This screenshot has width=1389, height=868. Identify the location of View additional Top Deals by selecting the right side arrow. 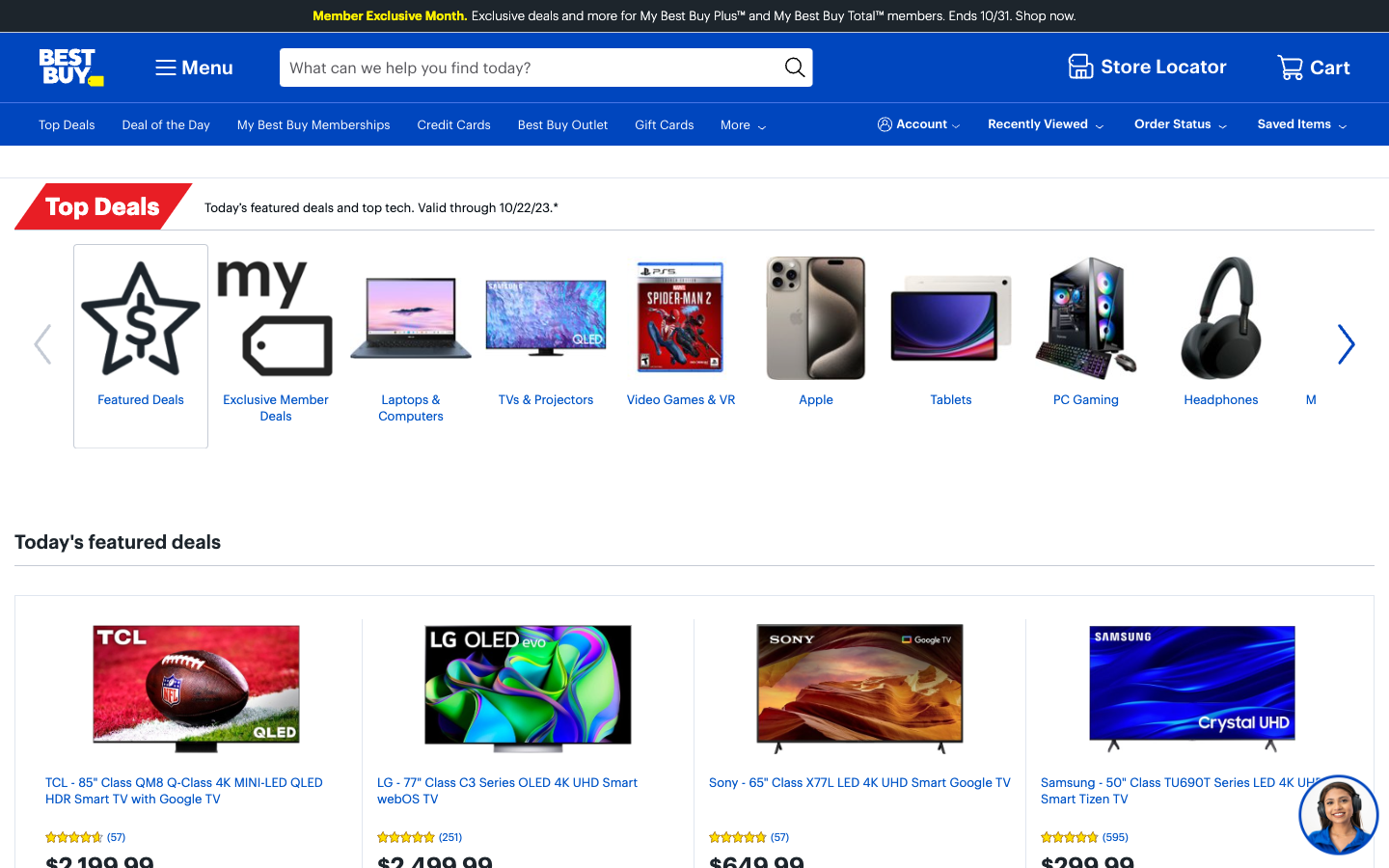
(1346, 346).